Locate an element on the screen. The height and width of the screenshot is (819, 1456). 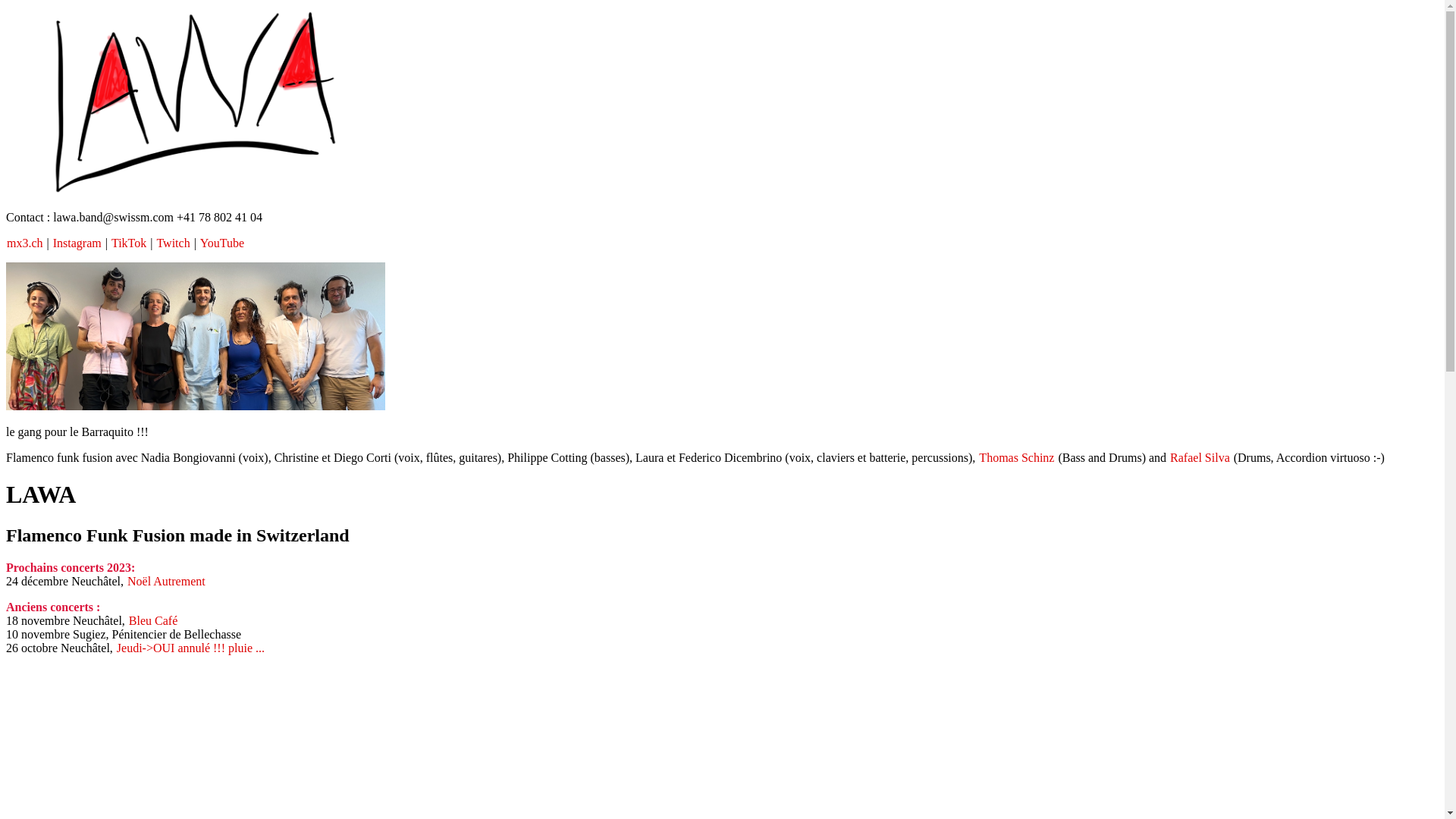
'YouTube' is located at coordinates (221, 241).